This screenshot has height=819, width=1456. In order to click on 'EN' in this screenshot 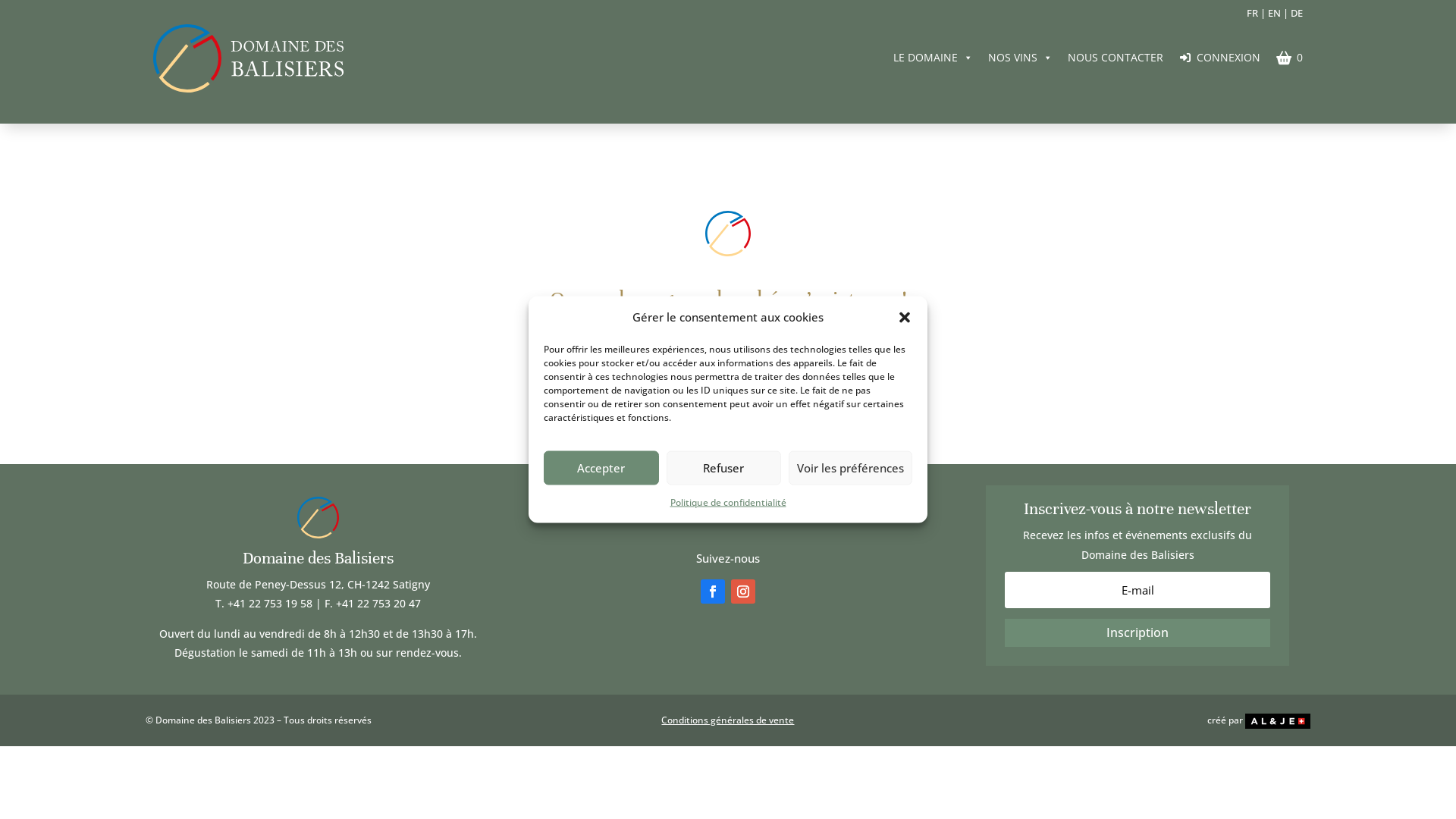, I will do `click(1267, 12)`.